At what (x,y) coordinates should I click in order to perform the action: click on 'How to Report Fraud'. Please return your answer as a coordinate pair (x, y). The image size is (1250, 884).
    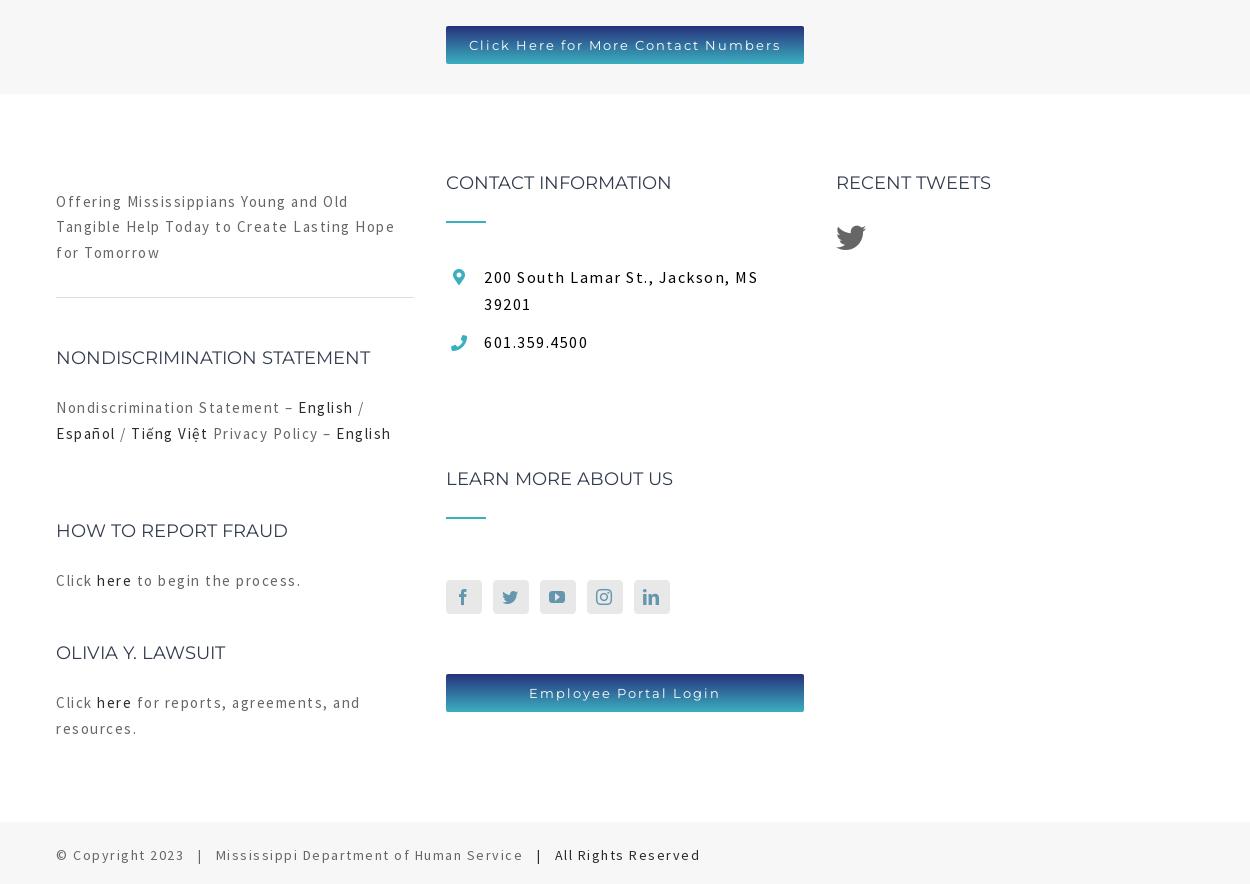
    Looking at the image, I should click on (172, 531).